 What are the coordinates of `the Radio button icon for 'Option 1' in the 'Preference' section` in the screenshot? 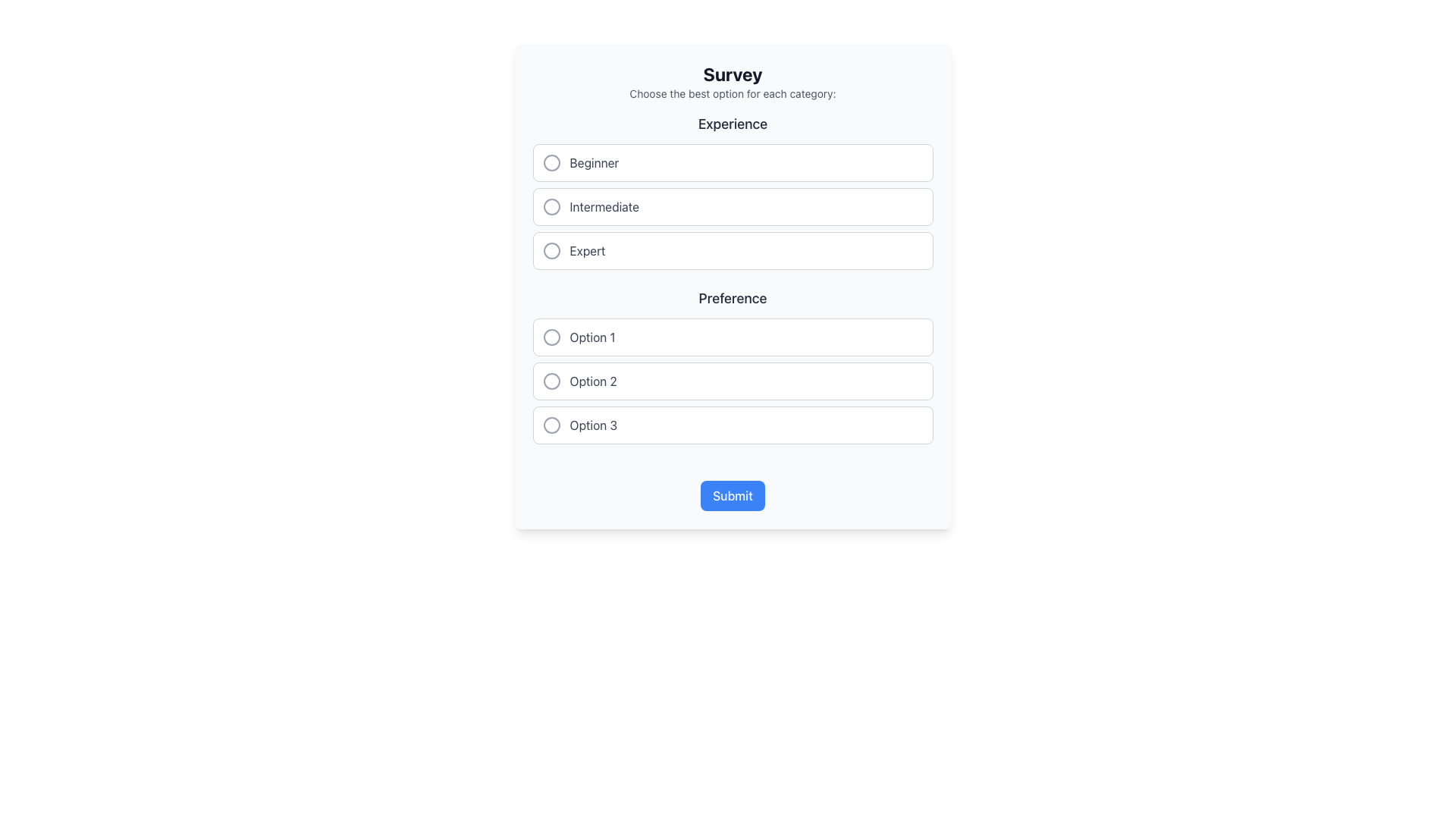 It's located at (551, 336).